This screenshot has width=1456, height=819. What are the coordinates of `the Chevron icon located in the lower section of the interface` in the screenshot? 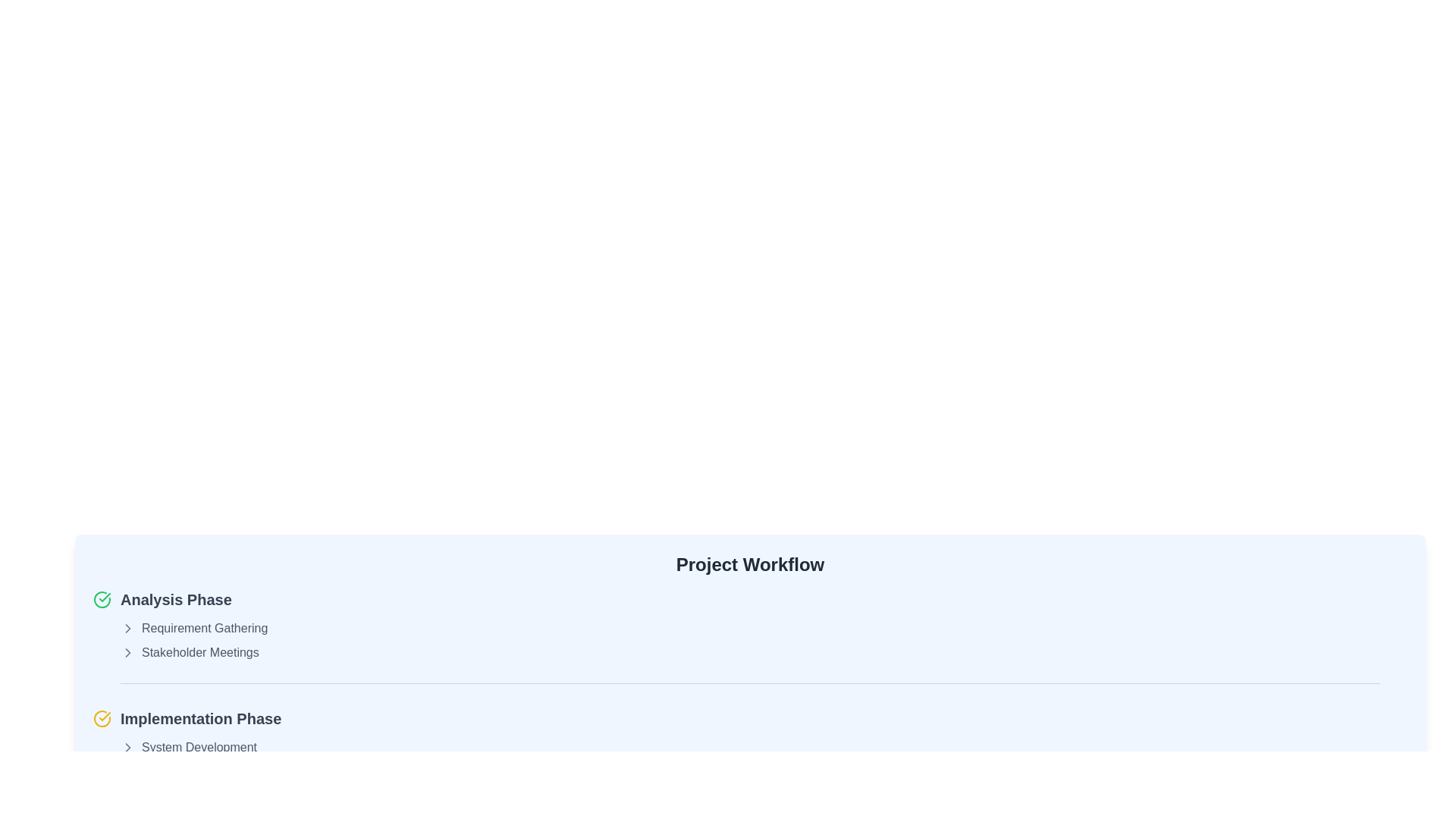 It's located at (127, 747).